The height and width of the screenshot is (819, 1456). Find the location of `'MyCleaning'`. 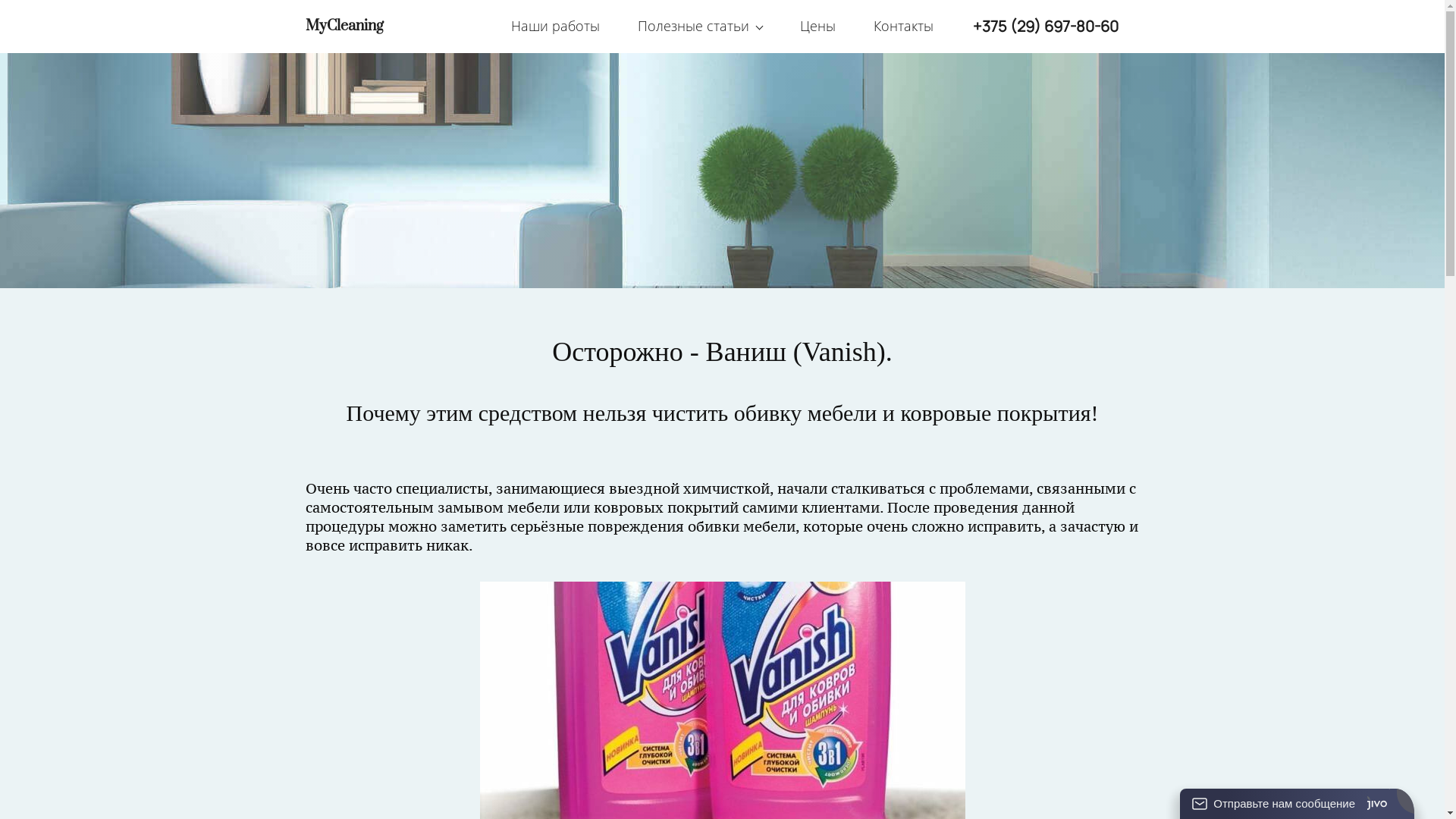

'MyCleaning' is located at coordinates (343, 26).